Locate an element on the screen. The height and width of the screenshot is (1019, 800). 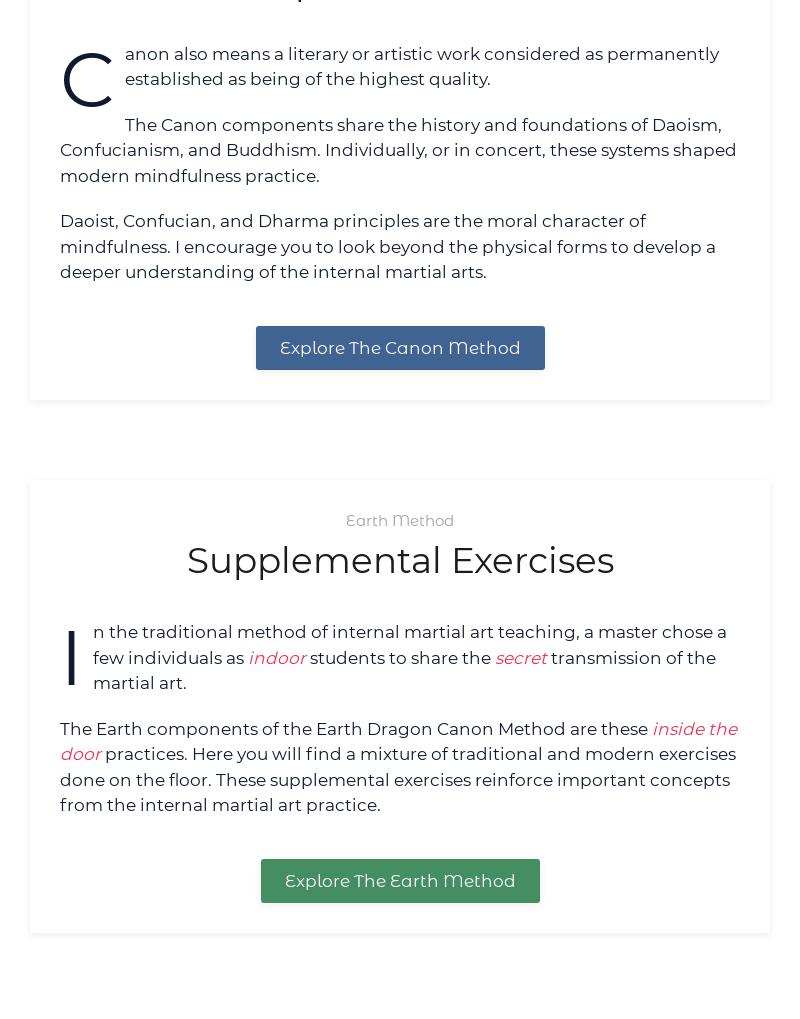
'Earth Method' is located at coordinates (400, 519).